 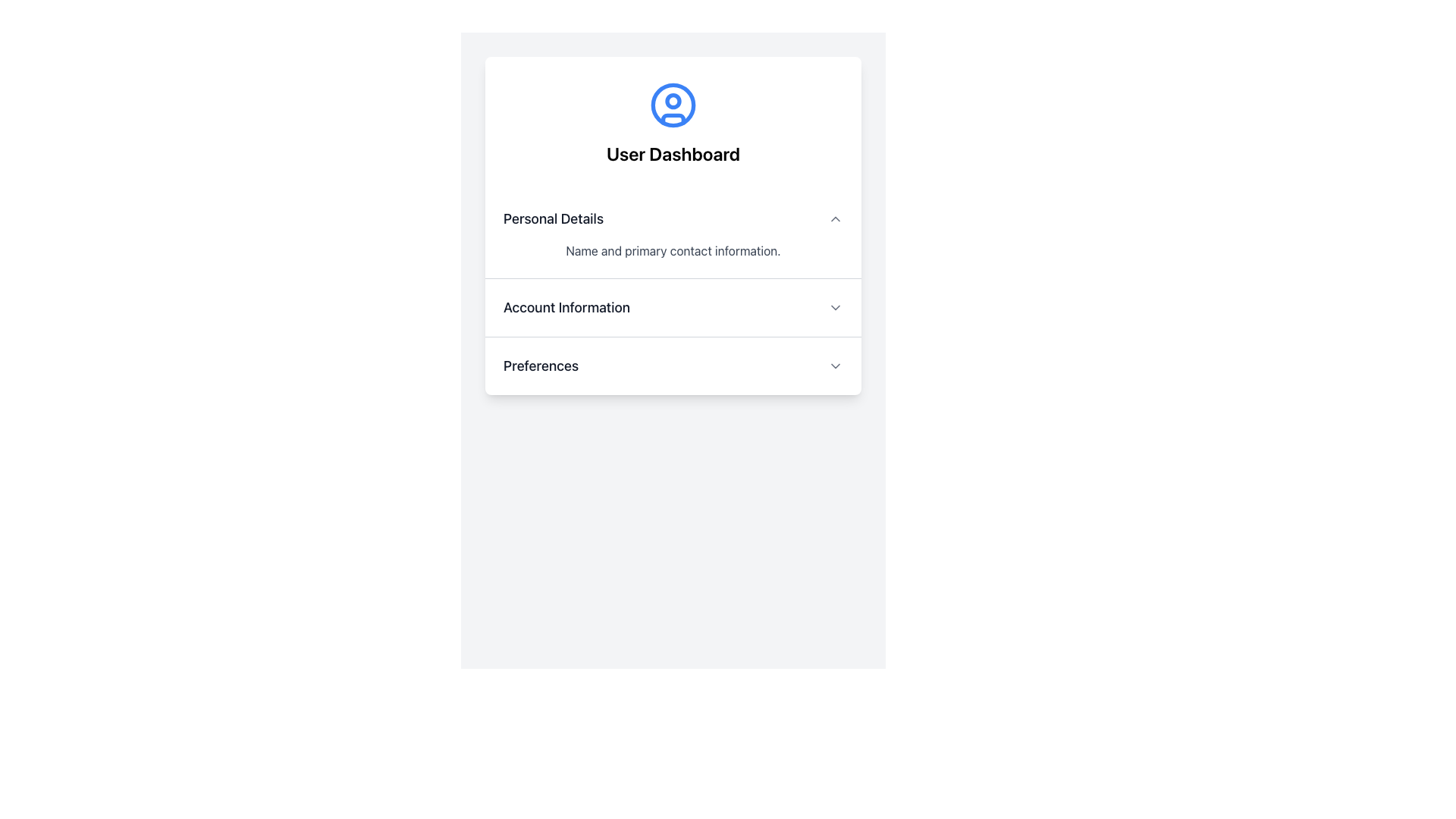 I want to click on the 'Preferences' text label, which is styled in bold, medium-large black font against a white background, located as the first item in a vertically stacked list of headings, so click(x=541, y=366).